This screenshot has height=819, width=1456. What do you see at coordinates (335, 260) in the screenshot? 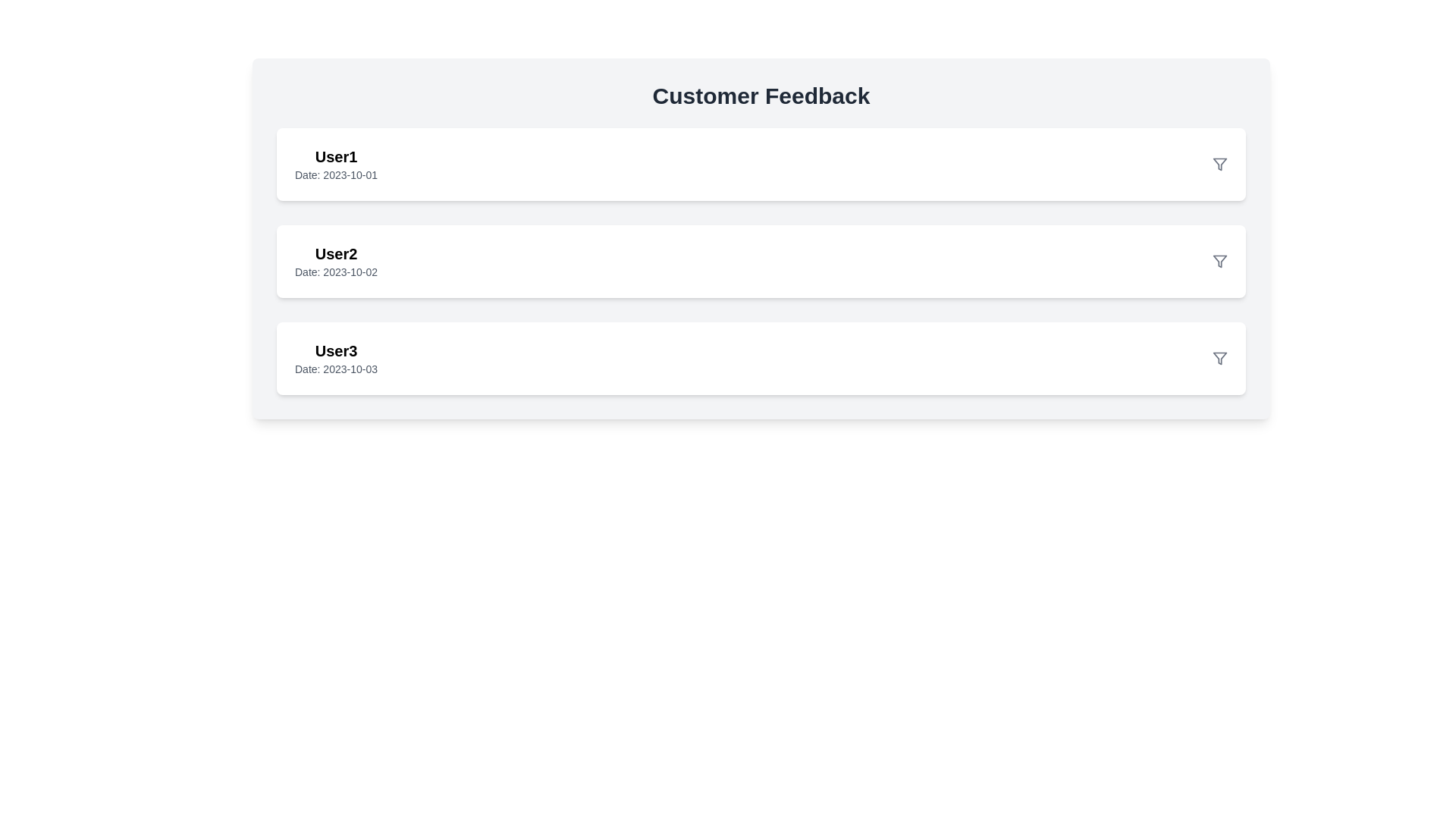
I see `the text-based display component showing 'User2' and 'Date: 2023-10-02' for accessibility context` at bounding box center [335, 260].